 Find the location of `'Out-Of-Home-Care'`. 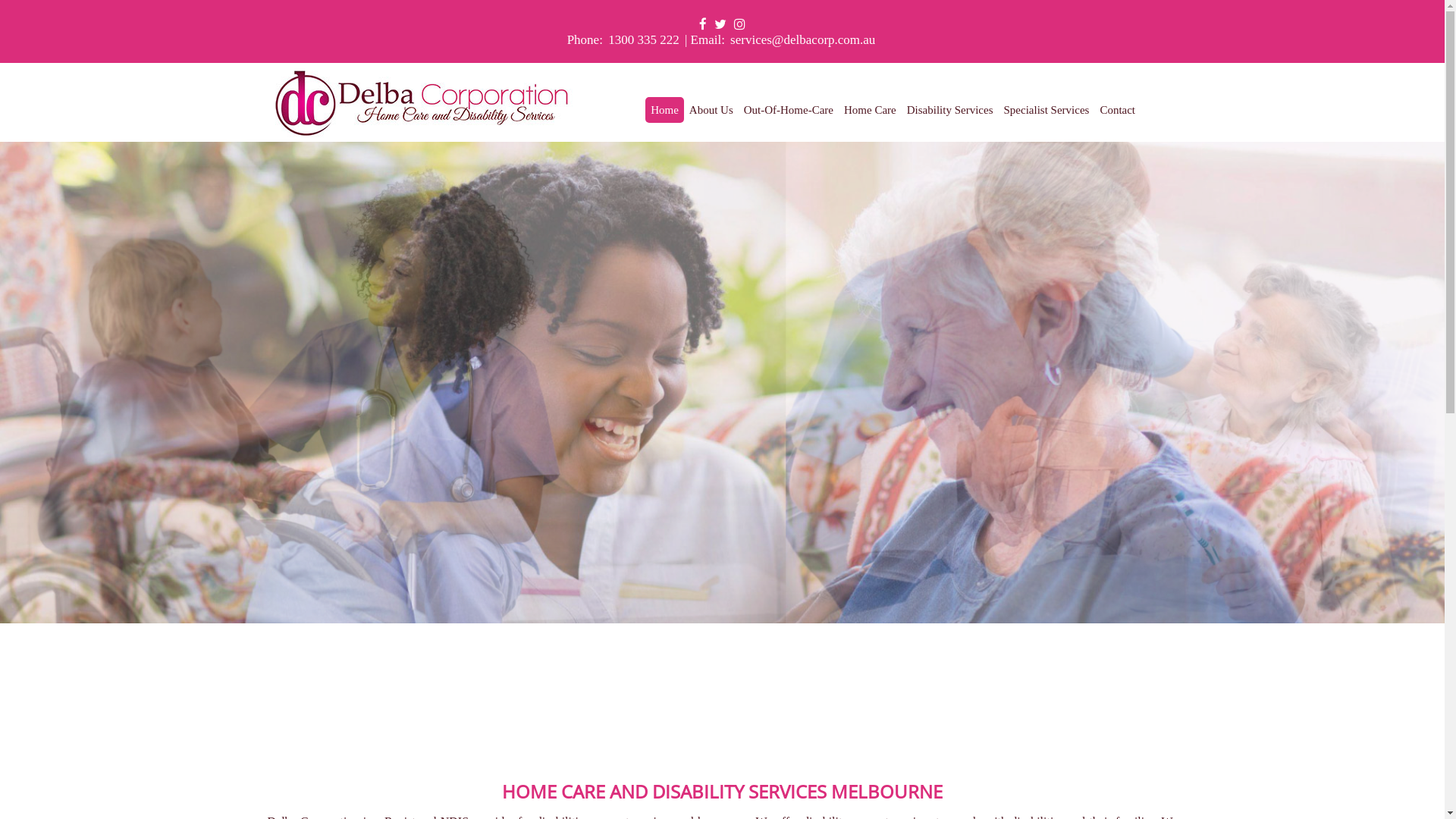

'Out-Of-Home-Care' is located at coordinates (789, 109).